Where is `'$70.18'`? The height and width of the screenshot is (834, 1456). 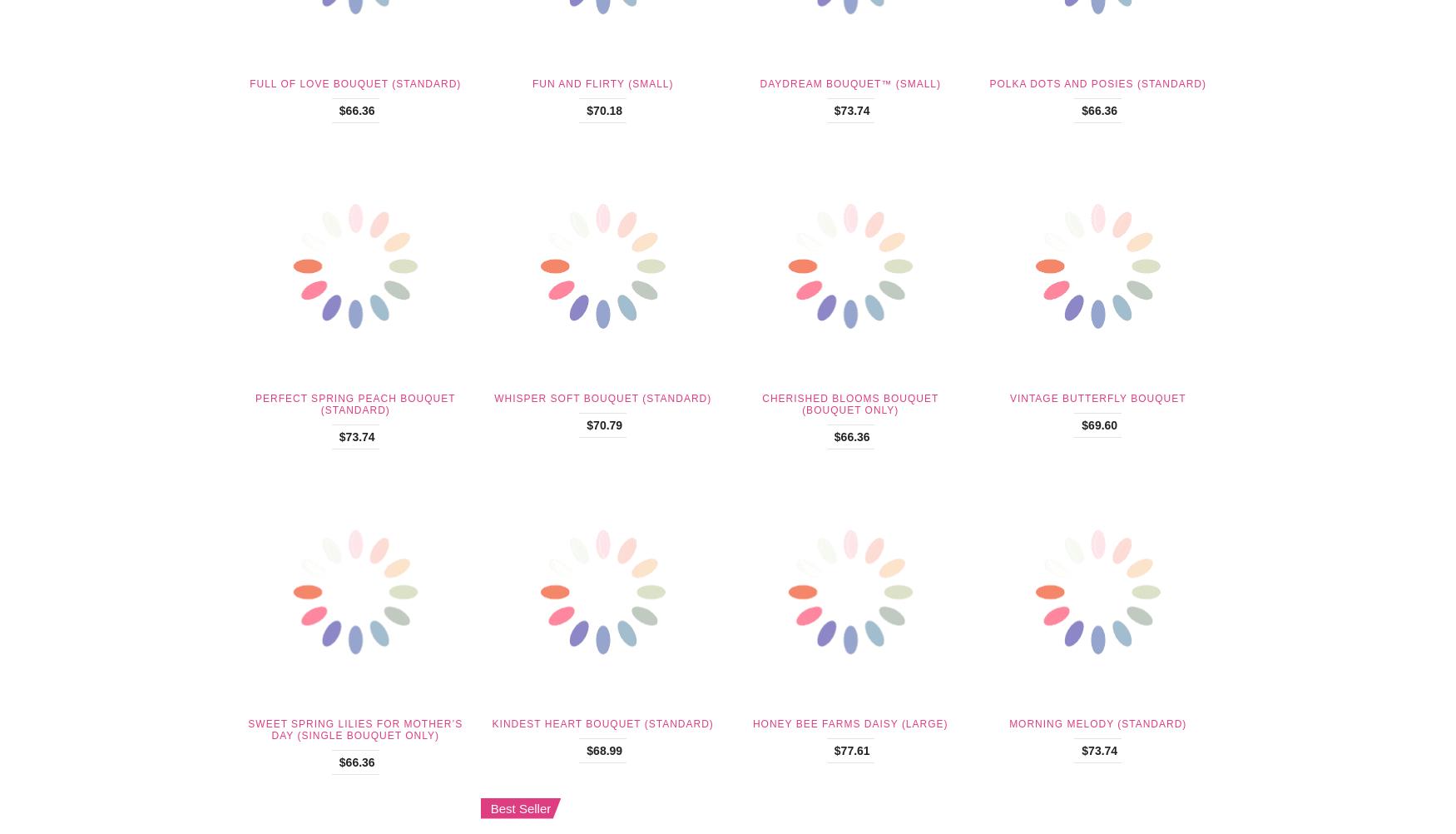 '$70.18' is located at coordinates (604, 109).